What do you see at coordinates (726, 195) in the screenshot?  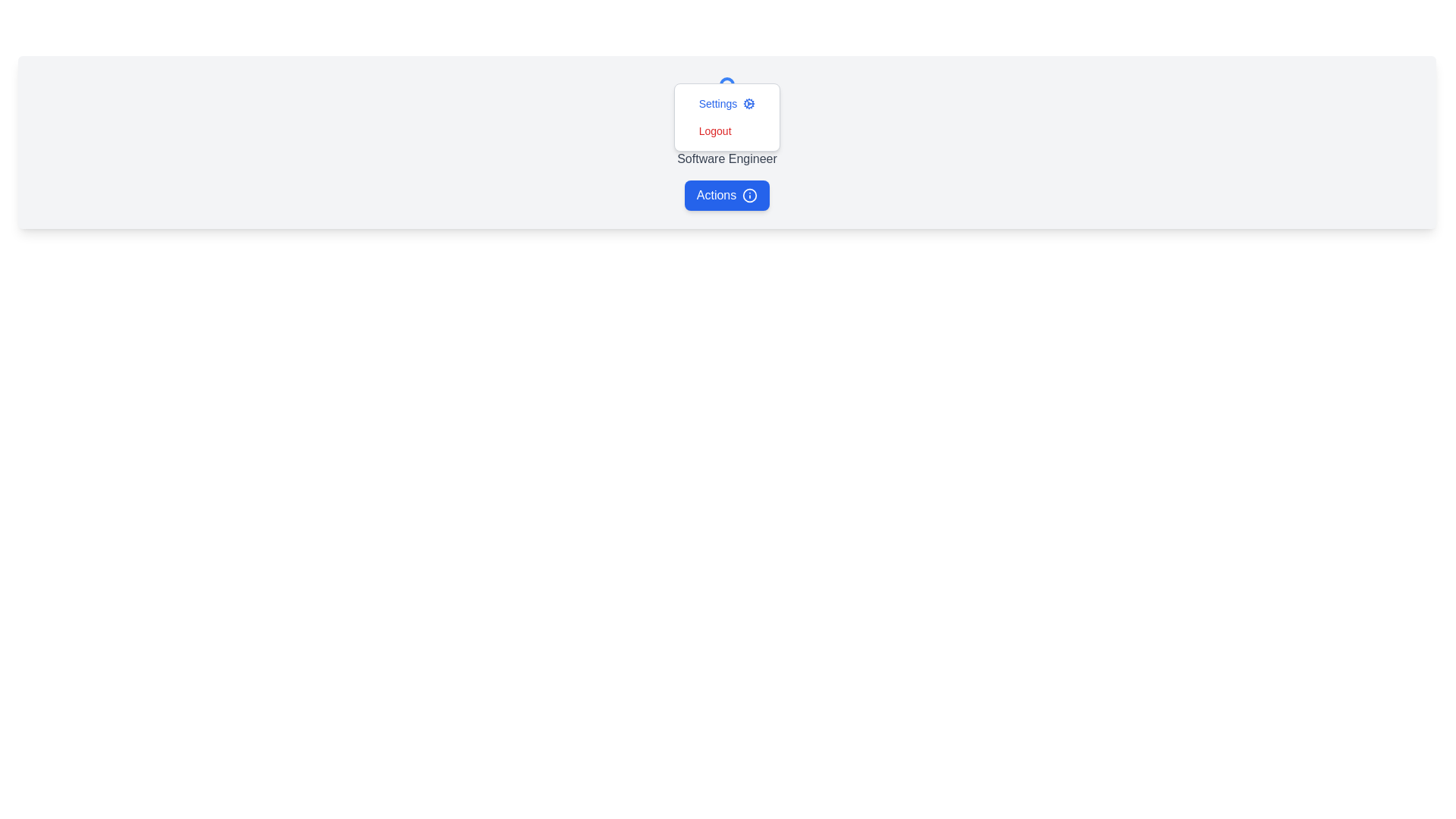 I see `the blue rectangular button with rounded corners located at the bottom of the card layout` at bounding box center [726, 195].